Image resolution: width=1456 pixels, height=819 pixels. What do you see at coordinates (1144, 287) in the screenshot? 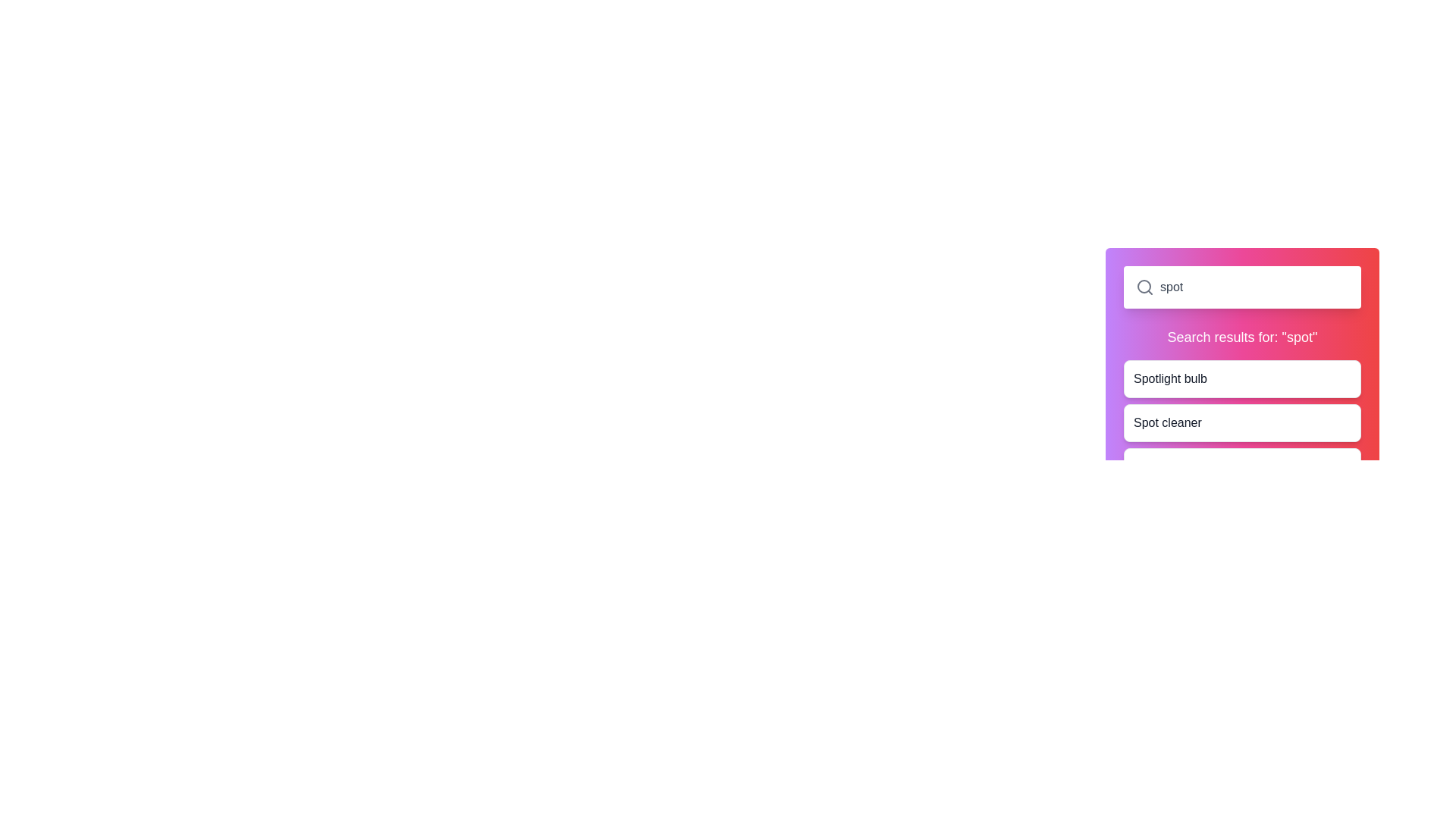
I see `the circular SVG element that represents the center of the magnifying glass icon, located to the left of the search bar text field` at bounding box center [1144, 287].